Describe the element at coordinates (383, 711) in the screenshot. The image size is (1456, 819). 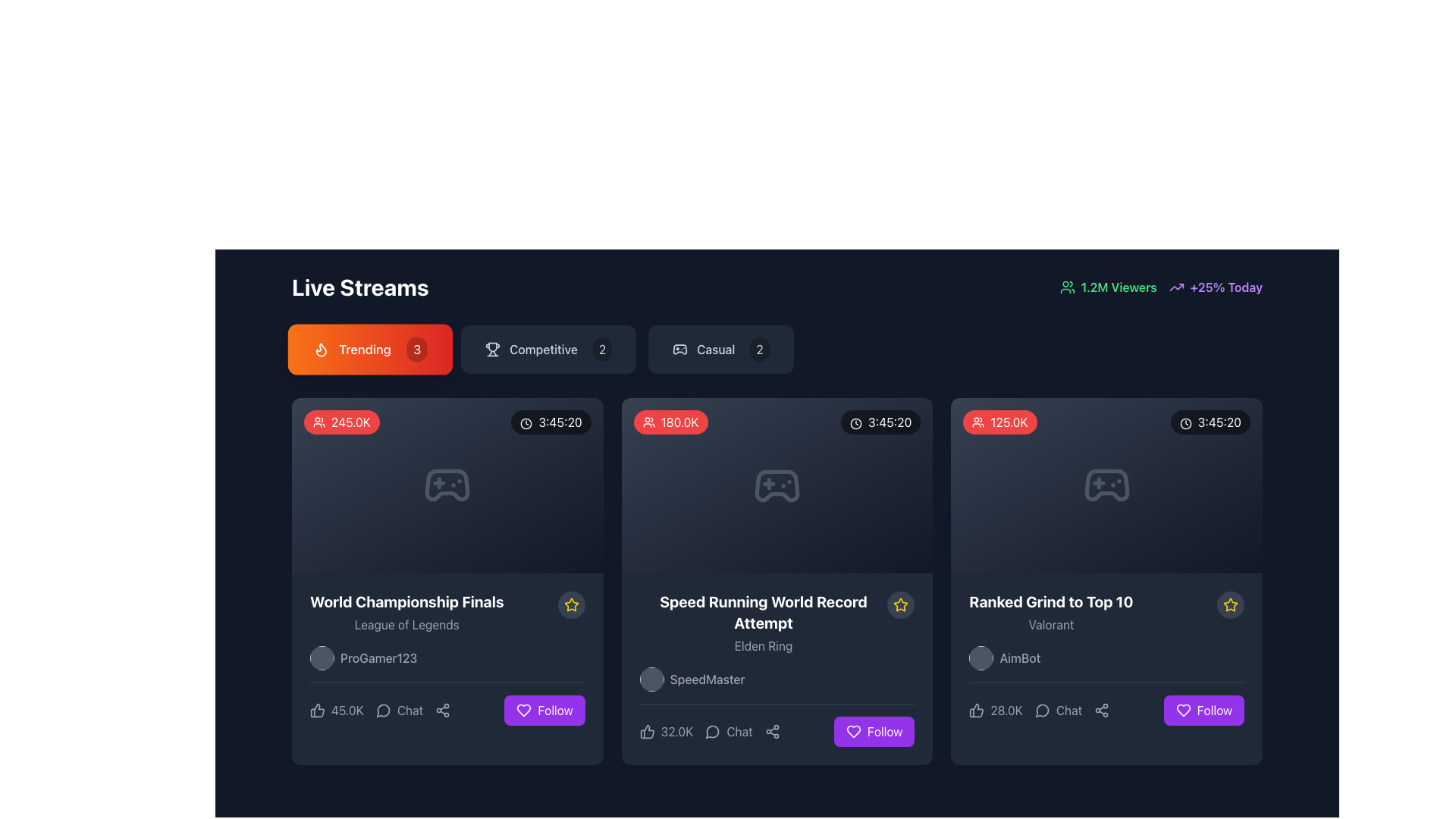
I see `the minimalistic line-art speech bubble icon in the 'Chat' section` at that location.